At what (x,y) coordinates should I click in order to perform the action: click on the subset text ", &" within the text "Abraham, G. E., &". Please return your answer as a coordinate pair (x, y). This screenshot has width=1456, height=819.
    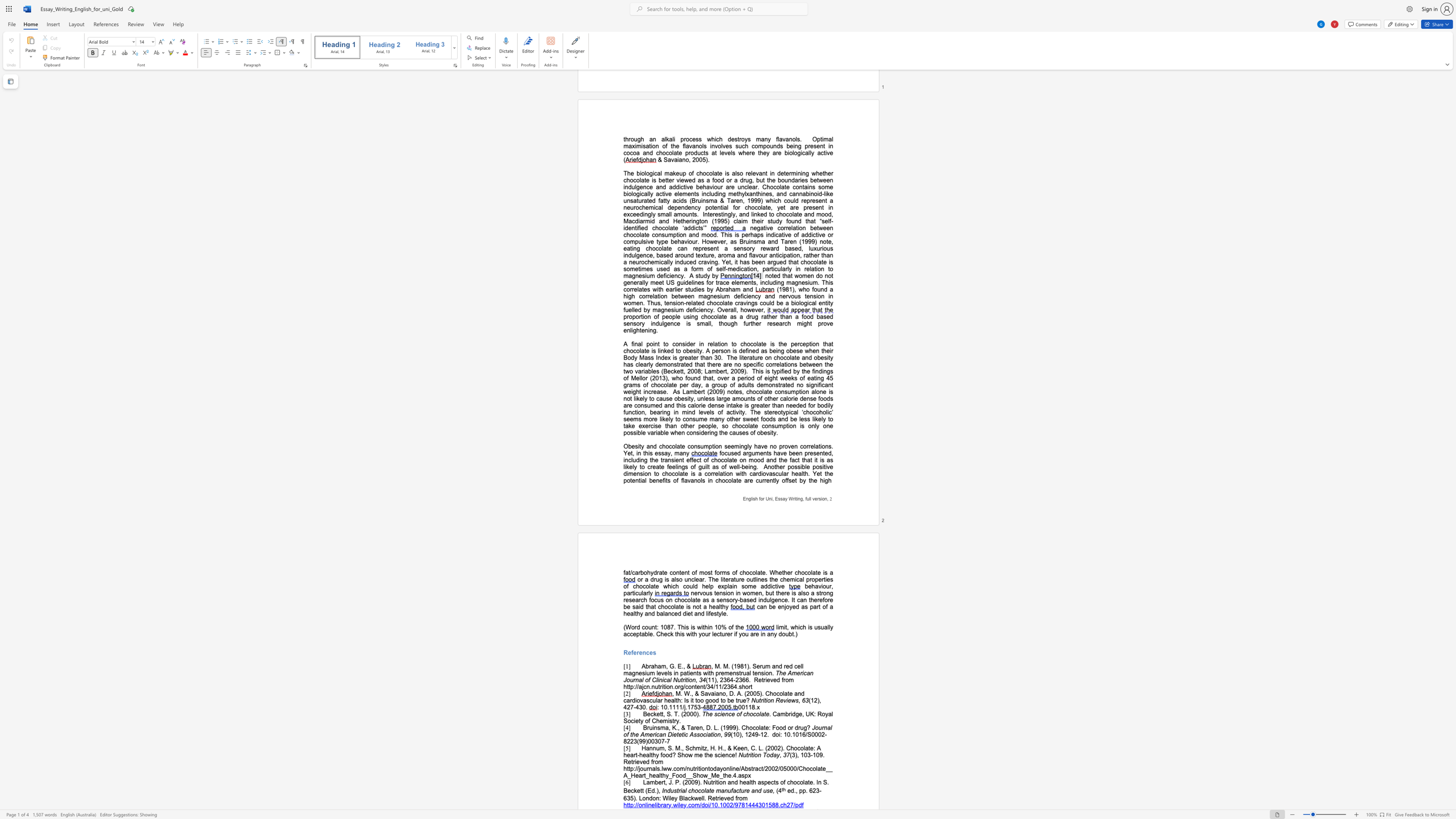
    Looking at the image, I should click on (683, 666).